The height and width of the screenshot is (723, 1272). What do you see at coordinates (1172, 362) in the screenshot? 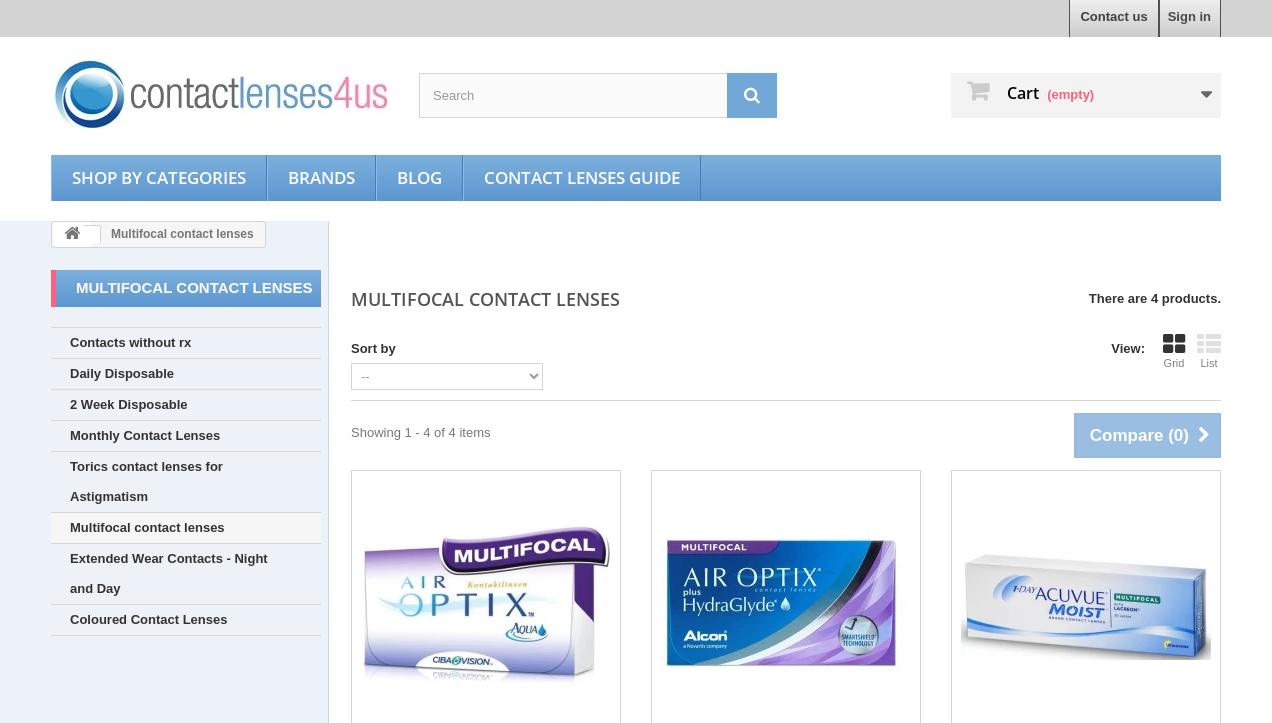
I see `'Grid'` at bounding box center [1172, 362].